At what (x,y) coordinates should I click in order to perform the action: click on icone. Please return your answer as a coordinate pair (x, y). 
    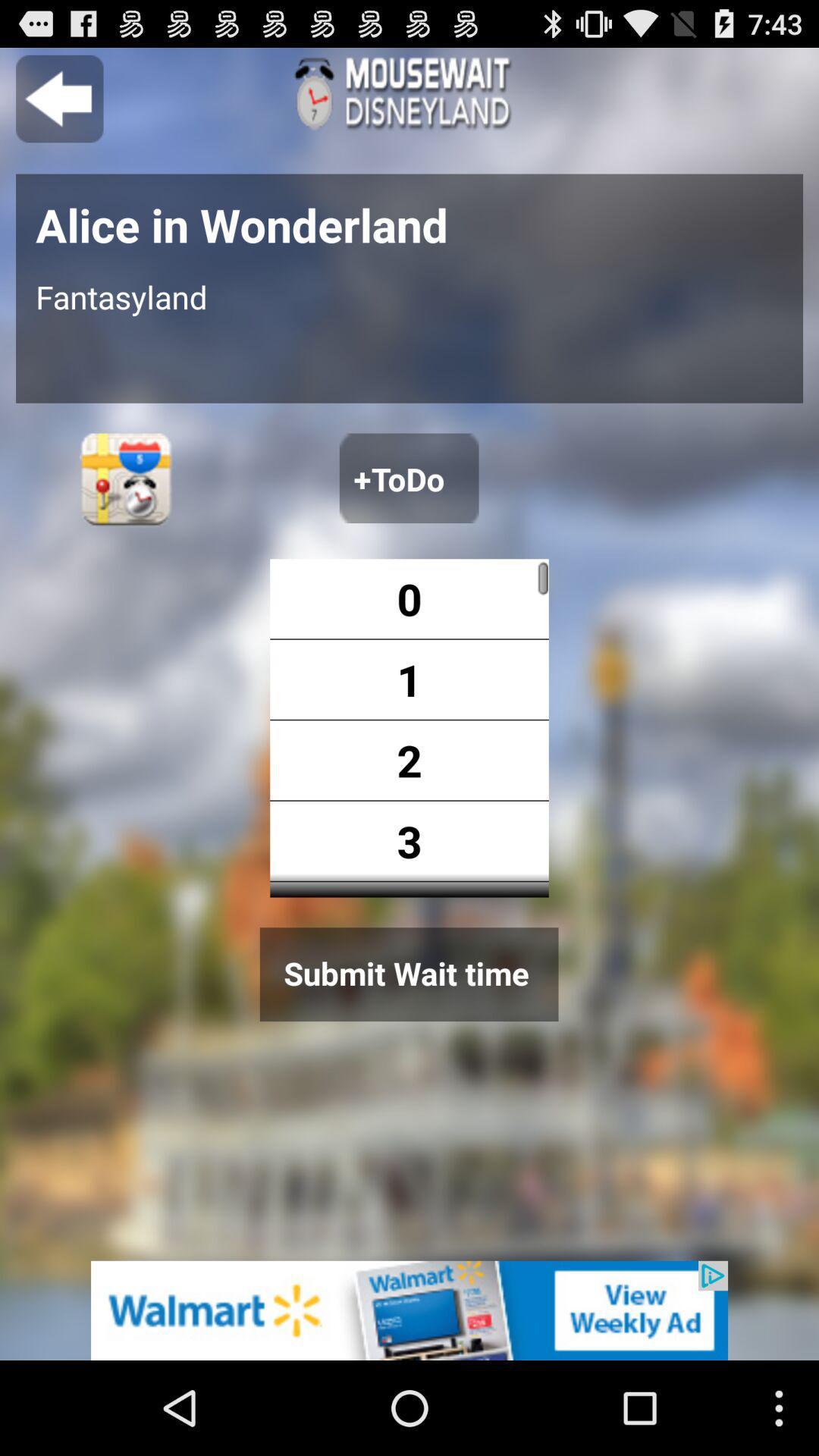
    Looking at the image, I should click on (409, 1310).